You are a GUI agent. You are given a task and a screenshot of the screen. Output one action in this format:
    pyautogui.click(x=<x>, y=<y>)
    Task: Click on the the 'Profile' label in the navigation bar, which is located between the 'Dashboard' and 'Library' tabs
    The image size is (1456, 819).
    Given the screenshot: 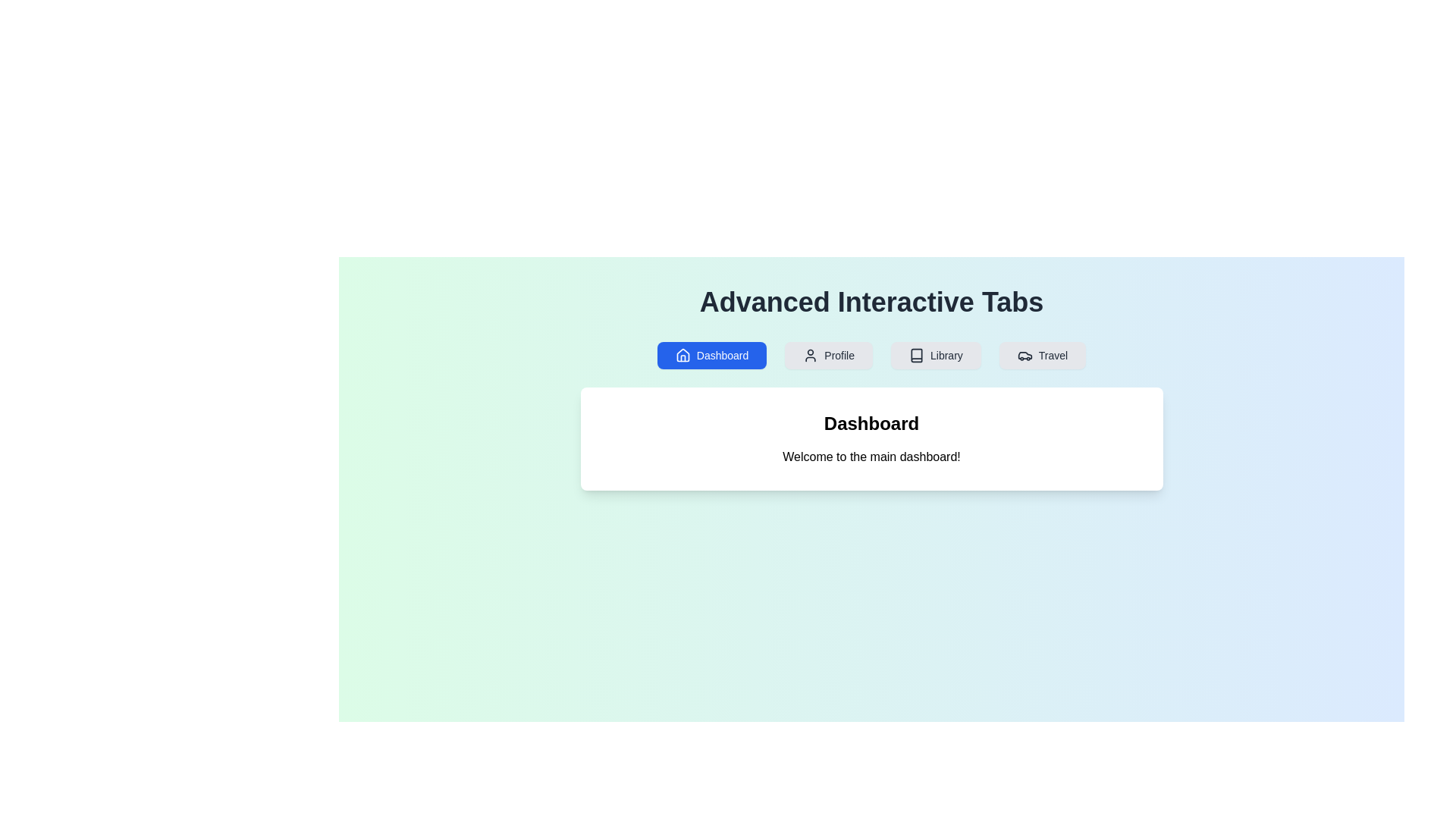 What is the action you would take?
    pyautogui.click(x=839, y=356)
    